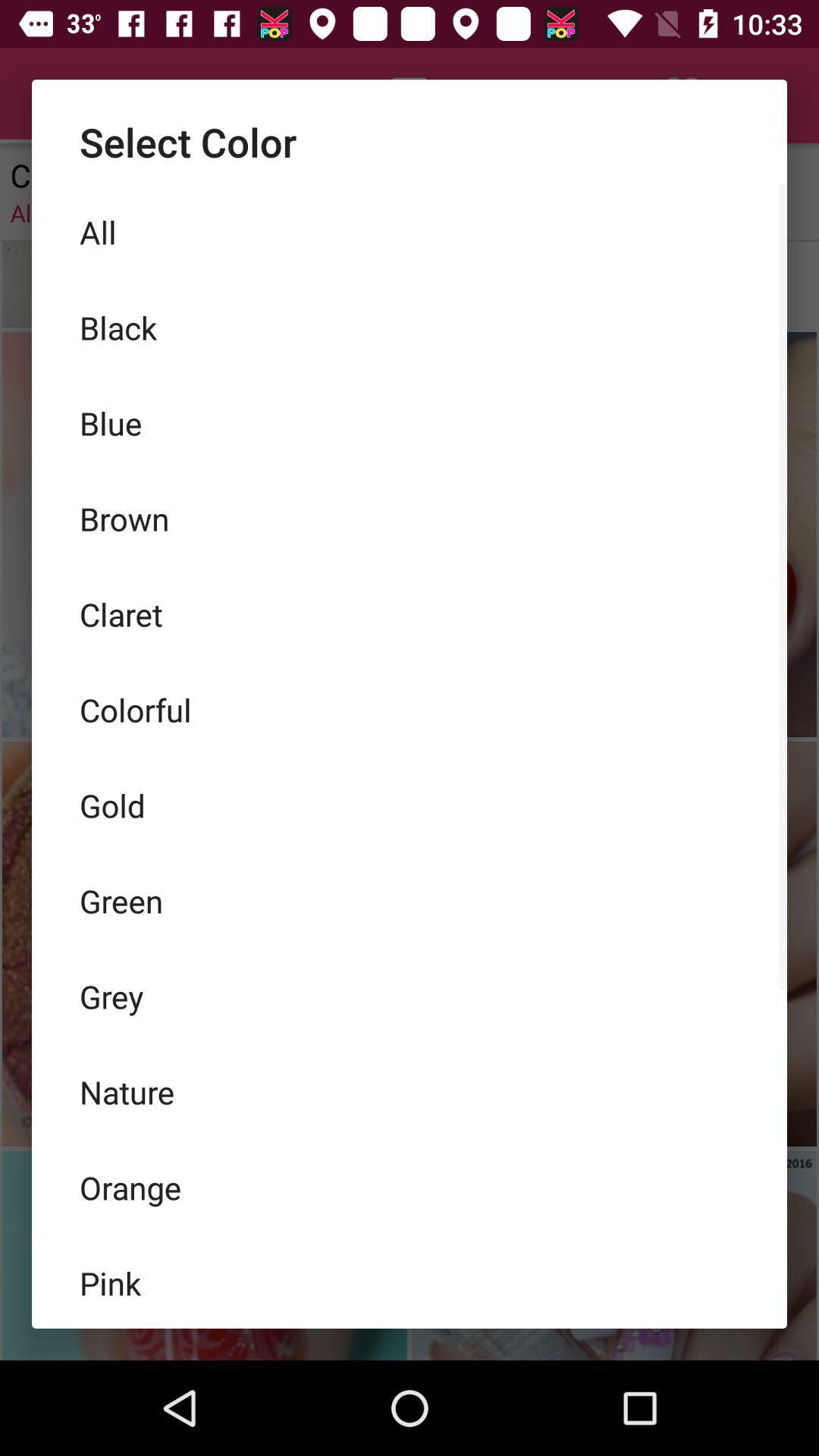 The height and width of the screenshot is (1456, 819). What do you see at coordinates (409, 614) in the screenshot?
I see `the item above colorful` at bounding box center [409, 614].